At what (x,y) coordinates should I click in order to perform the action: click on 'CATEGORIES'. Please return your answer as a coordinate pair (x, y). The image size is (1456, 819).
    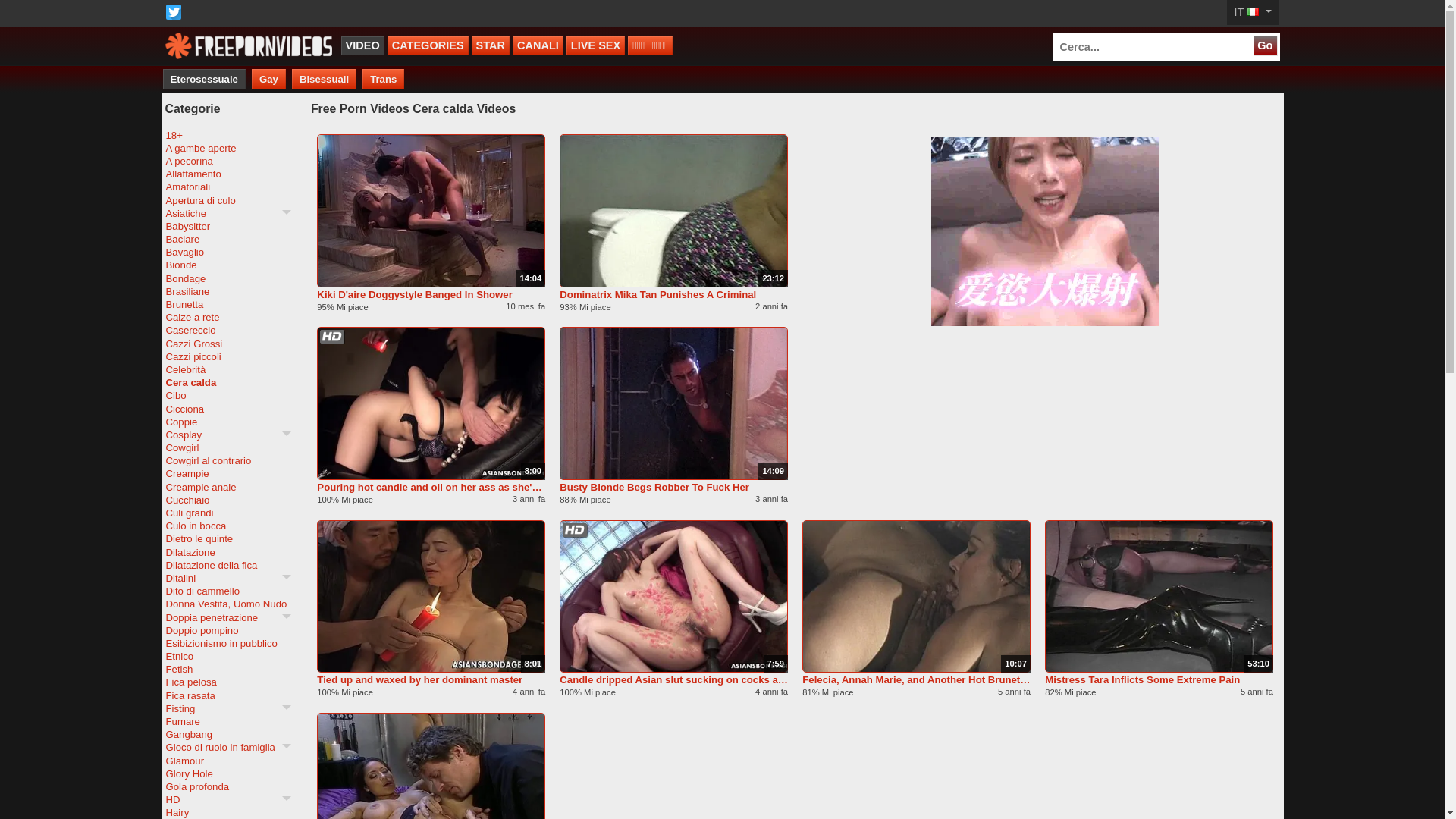
    Looking at the image, I should click on (427, 45).